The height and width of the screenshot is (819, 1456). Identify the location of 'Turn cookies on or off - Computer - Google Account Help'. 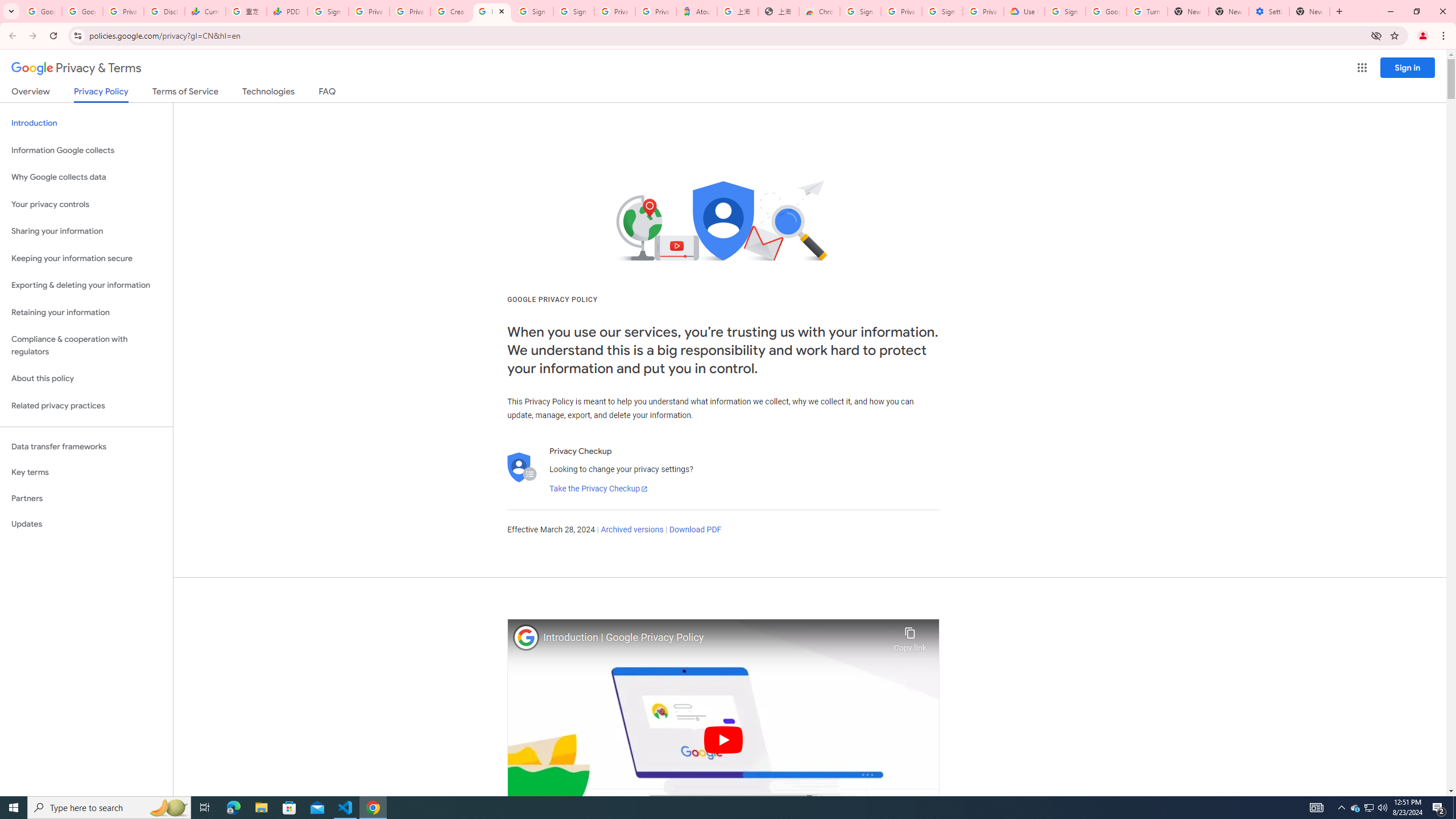
(1146, 11).